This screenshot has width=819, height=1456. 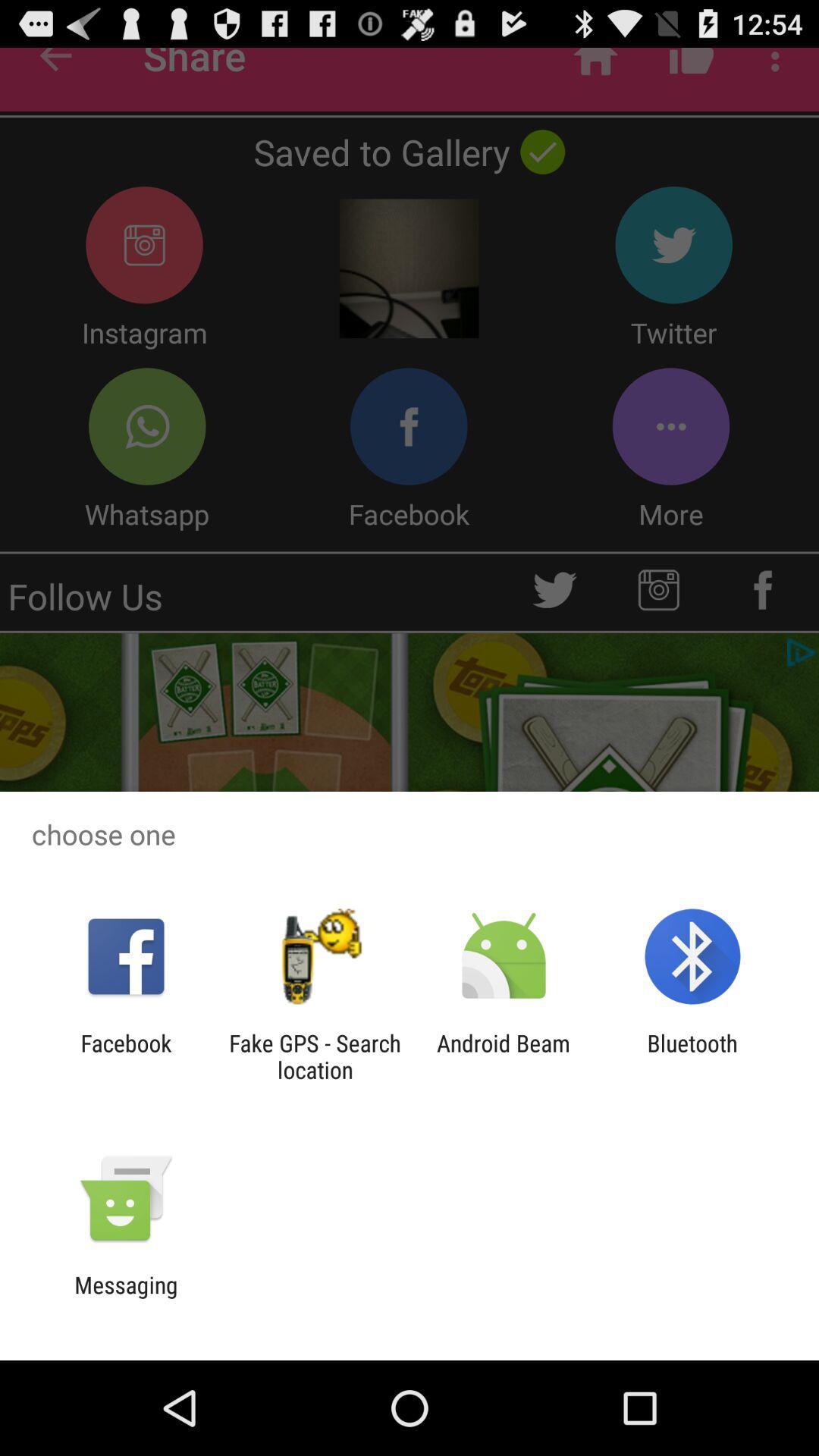 I want to click on facebook icon, so click(x=125, y=1056).